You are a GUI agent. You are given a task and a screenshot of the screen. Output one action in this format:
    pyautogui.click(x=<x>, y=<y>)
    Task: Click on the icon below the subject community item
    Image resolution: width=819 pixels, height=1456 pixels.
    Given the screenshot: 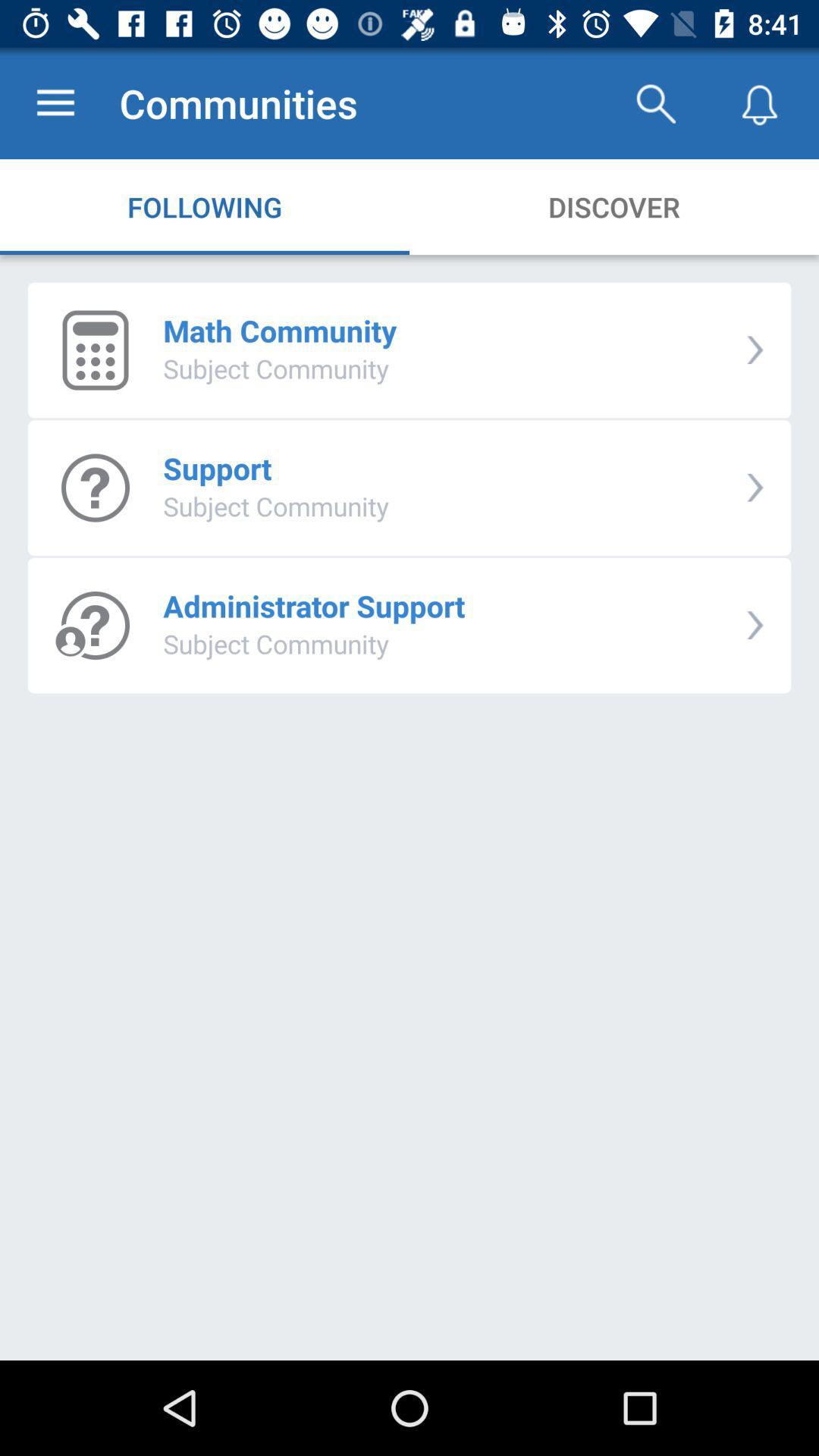 What is the action you would take?
    pyautogui.click(x=313, y=605)
    